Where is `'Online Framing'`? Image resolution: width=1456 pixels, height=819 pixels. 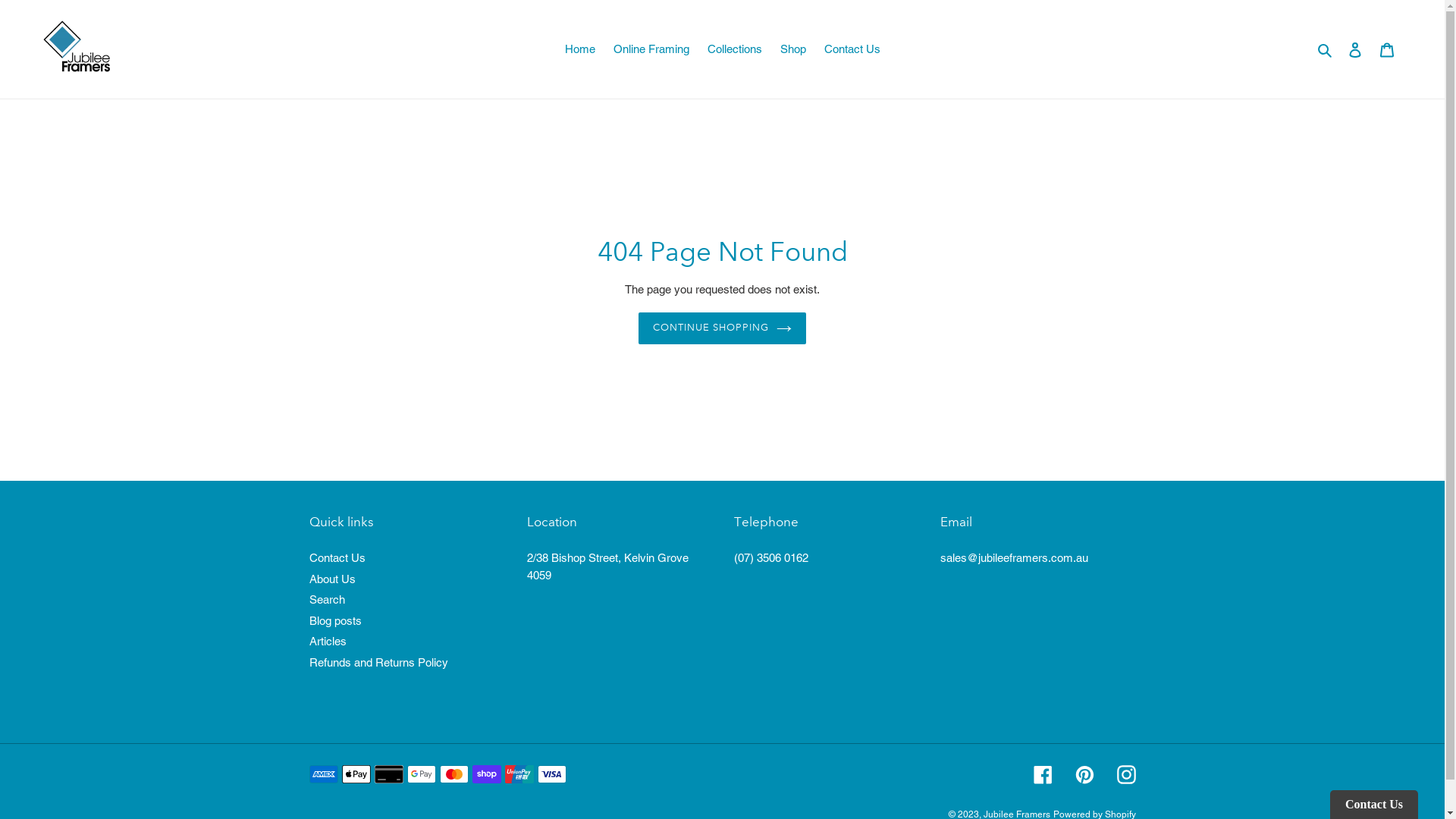 'Online Framing' is located at coordinates (651, 49).